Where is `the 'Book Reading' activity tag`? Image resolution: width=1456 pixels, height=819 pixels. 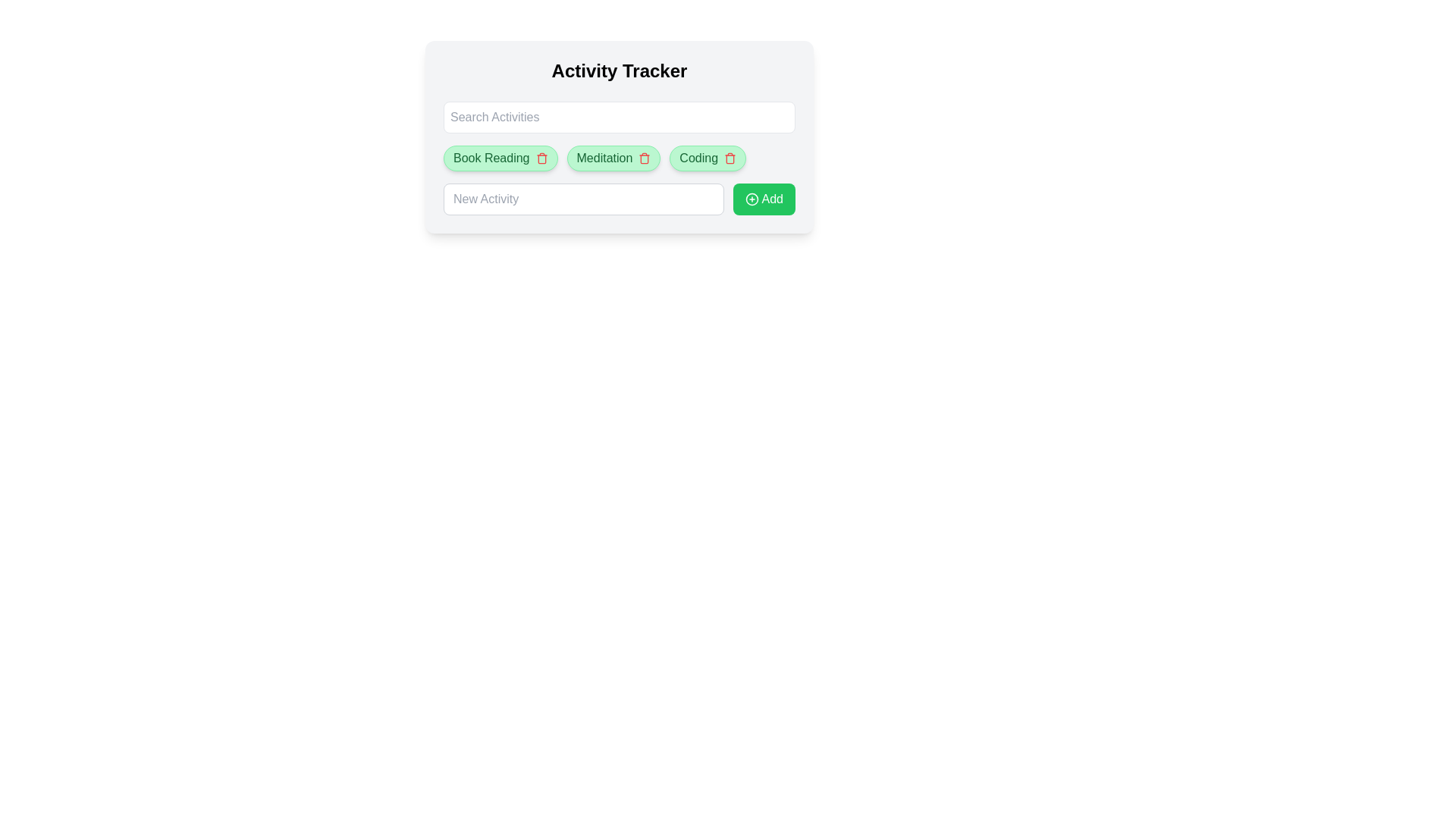 the 'Book Reading' activity tag is located at coordinates (500, 158).